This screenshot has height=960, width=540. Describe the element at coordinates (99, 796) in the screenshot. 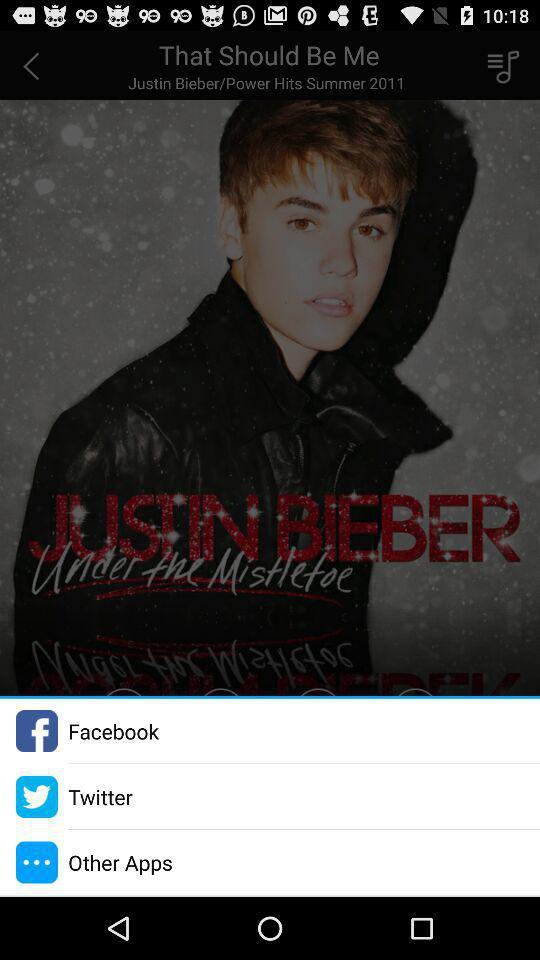

I see `the twitter item` at that location.